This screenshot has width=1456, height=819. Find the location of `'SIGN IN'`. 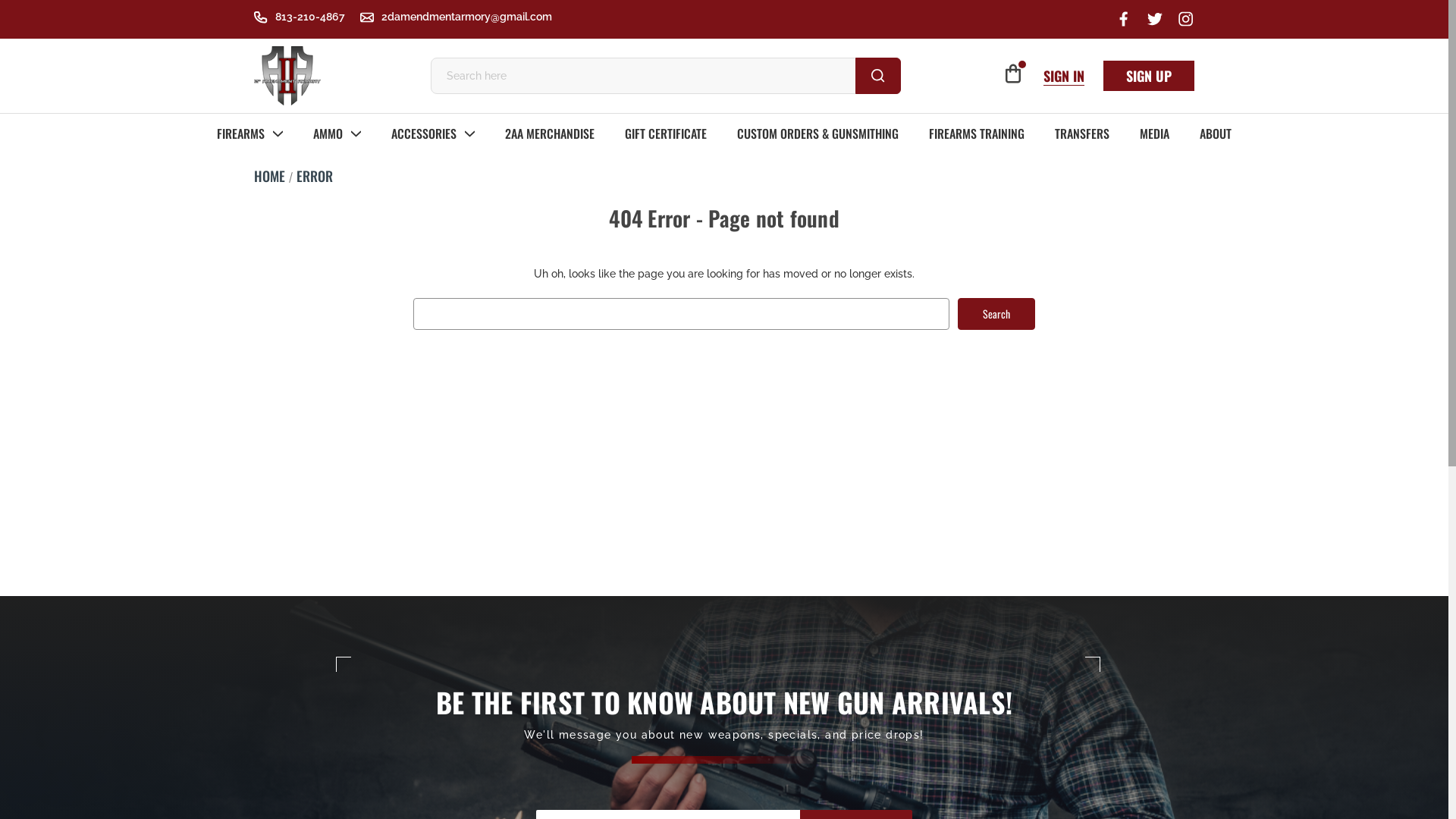

'SIGN IN' is located at coordinates (1043, 76).